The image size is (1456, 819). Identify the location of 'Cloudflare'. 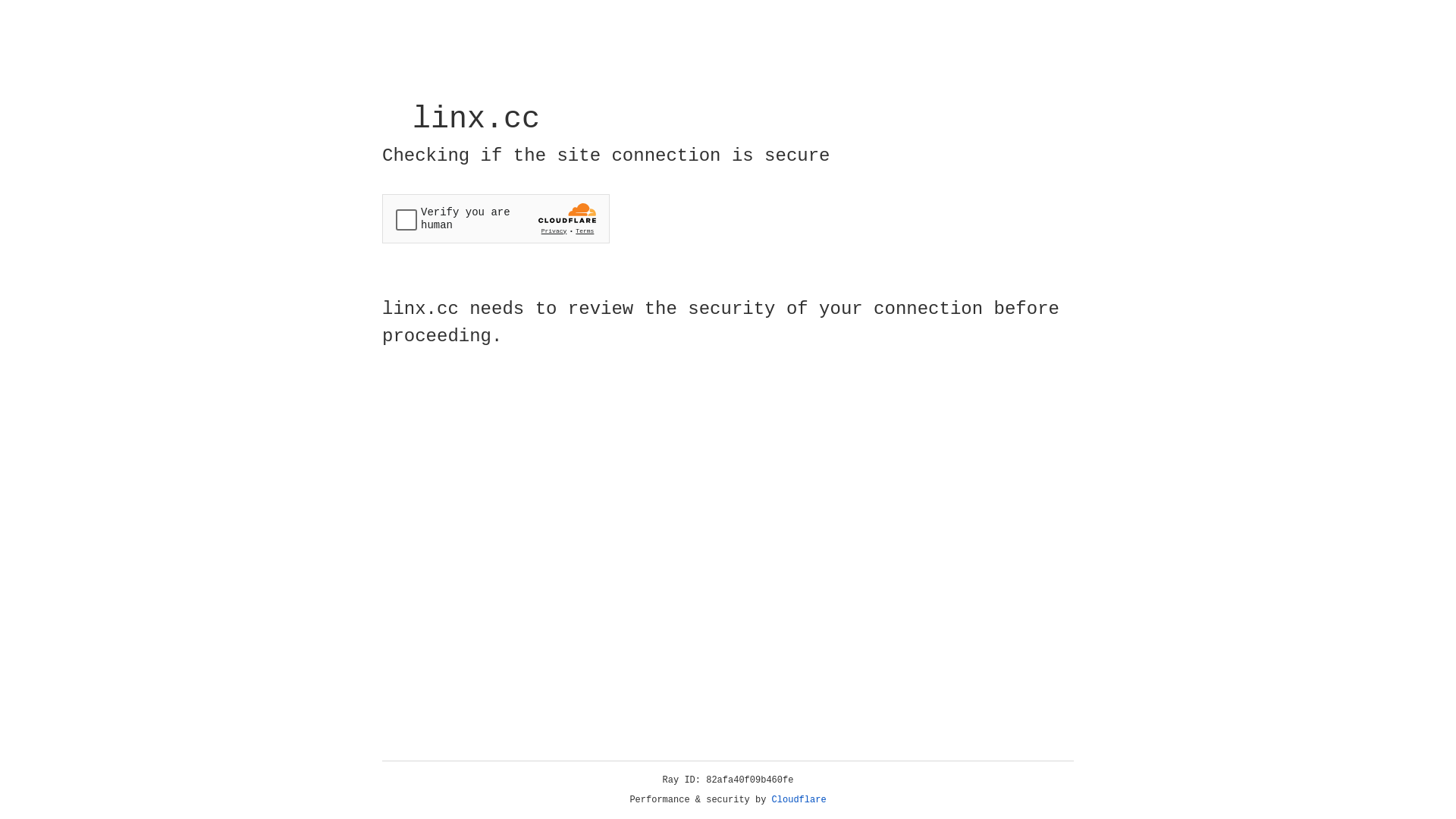
(799, 799).